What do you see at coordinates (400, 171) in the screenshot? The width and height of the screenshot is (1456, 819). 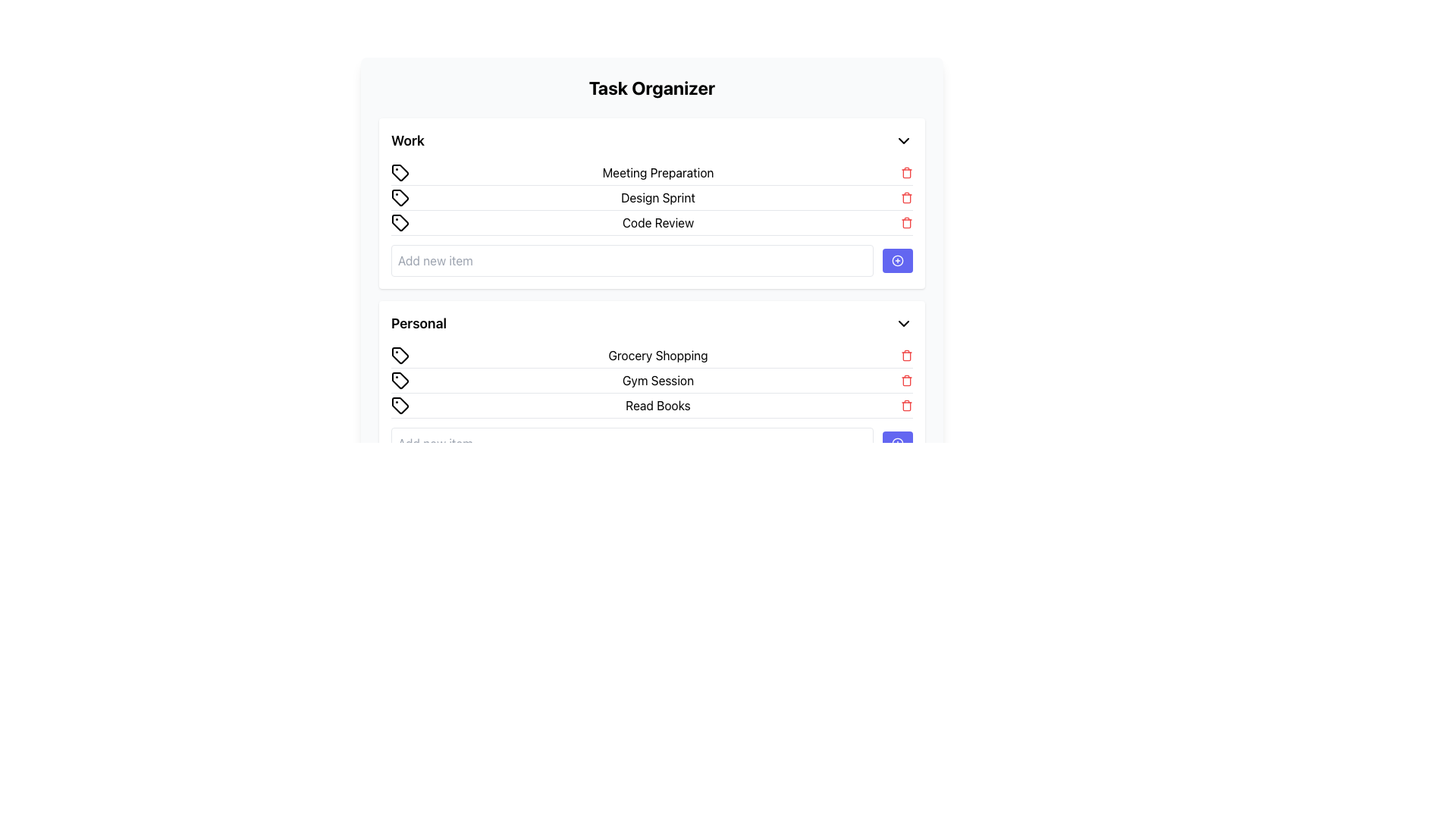 I see `the first tag icon associated with 'Meeting Preparation' in the 'Work' section of the 'Task Organizer' interface` at bounding box center [400, 171].